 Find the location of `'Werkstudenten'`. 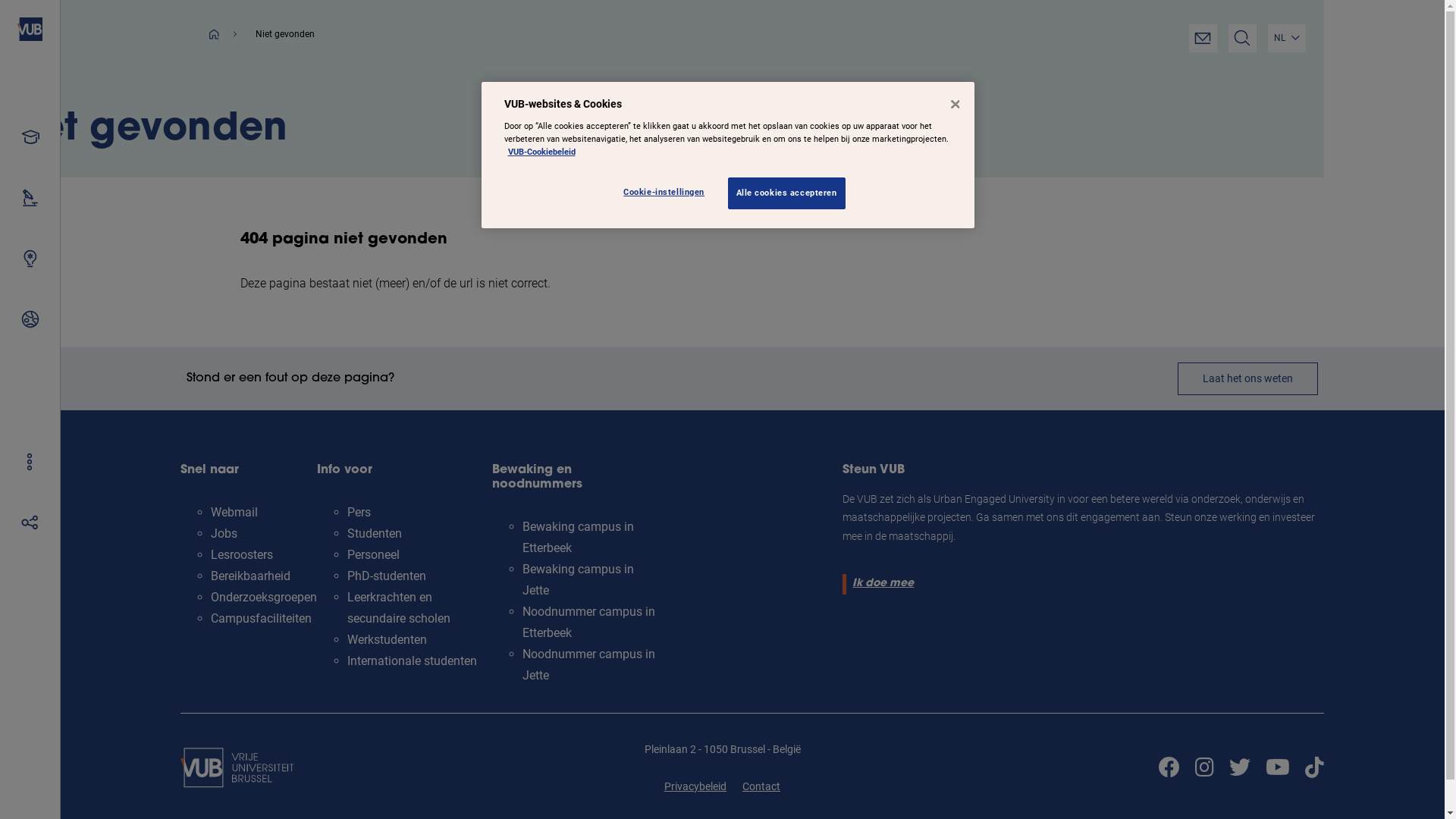

'Werkstudenten' is located at coordinates (387, 639).